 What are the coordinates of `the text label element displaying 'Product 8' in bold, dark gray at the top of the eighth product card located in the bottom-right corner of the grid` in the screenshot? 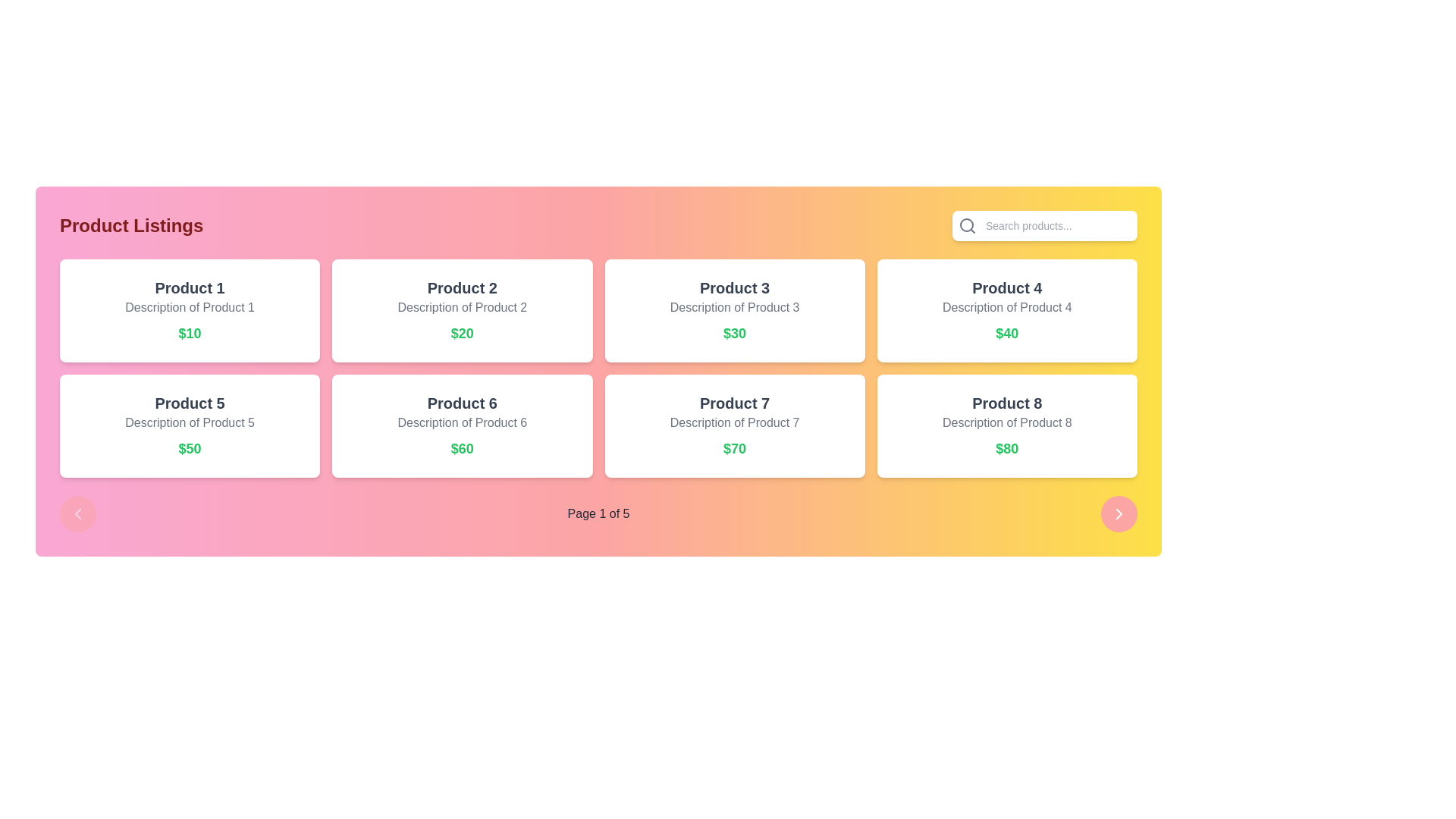 It's located at (1007, 403).